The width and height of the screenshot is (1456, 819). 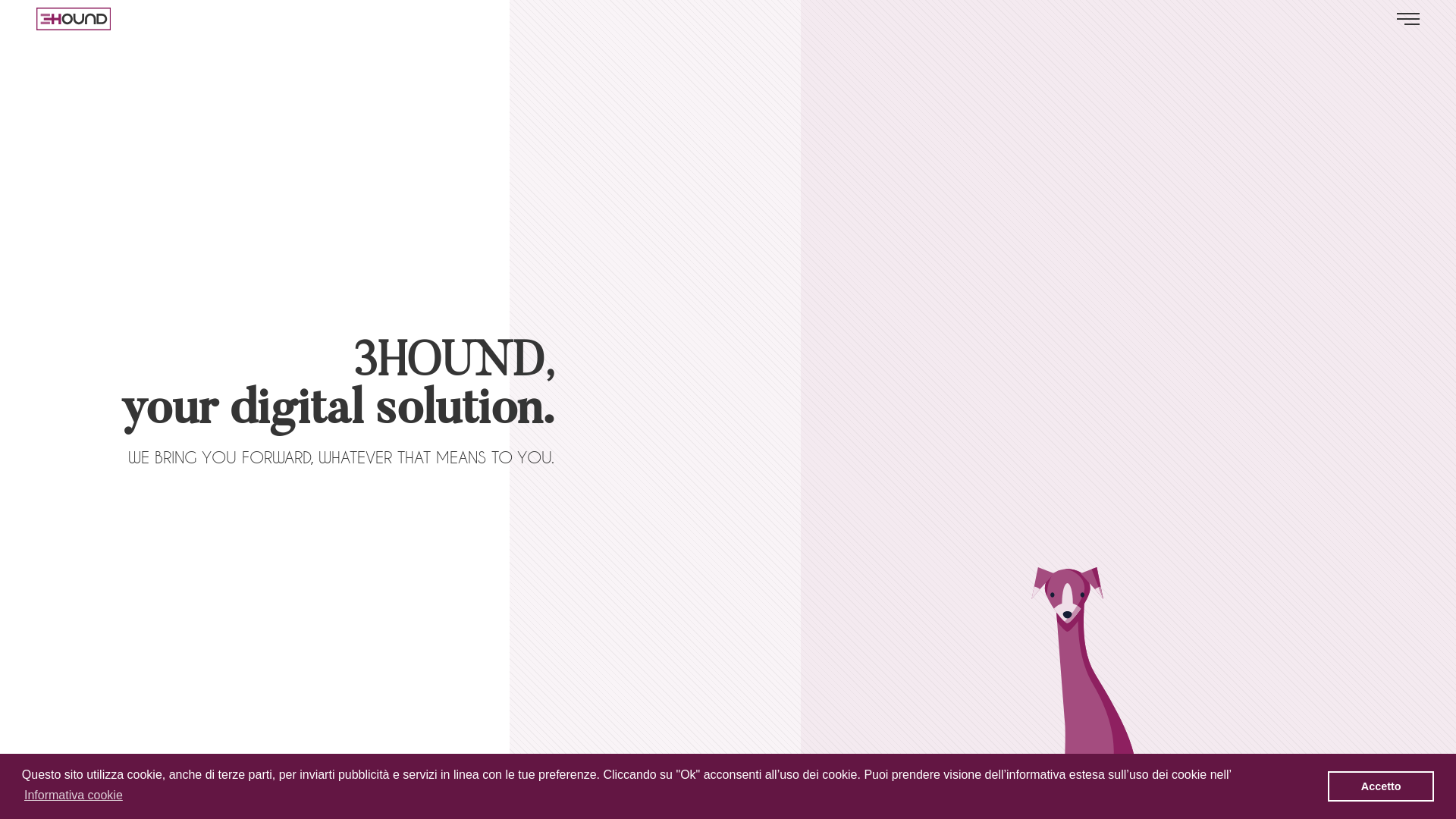 What do you see at coordinates (72, 795) in the screenshot?
I see `'Informativa cookie'` at bounding box center [72, 795].